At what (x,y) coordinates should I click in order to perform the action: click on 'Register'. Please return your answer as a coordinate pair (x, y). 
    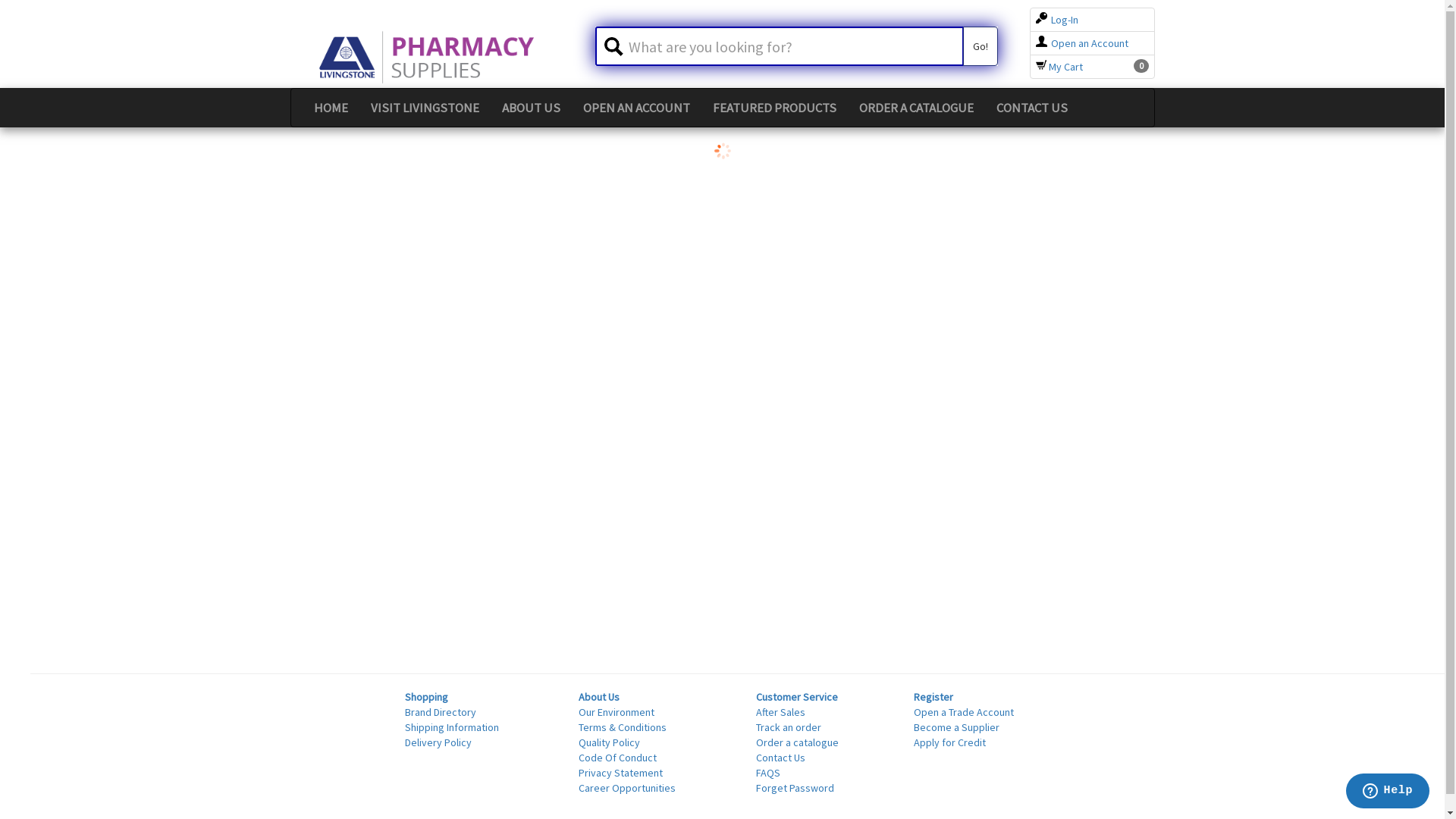
    Looking at the image, I should click on (932, 696).